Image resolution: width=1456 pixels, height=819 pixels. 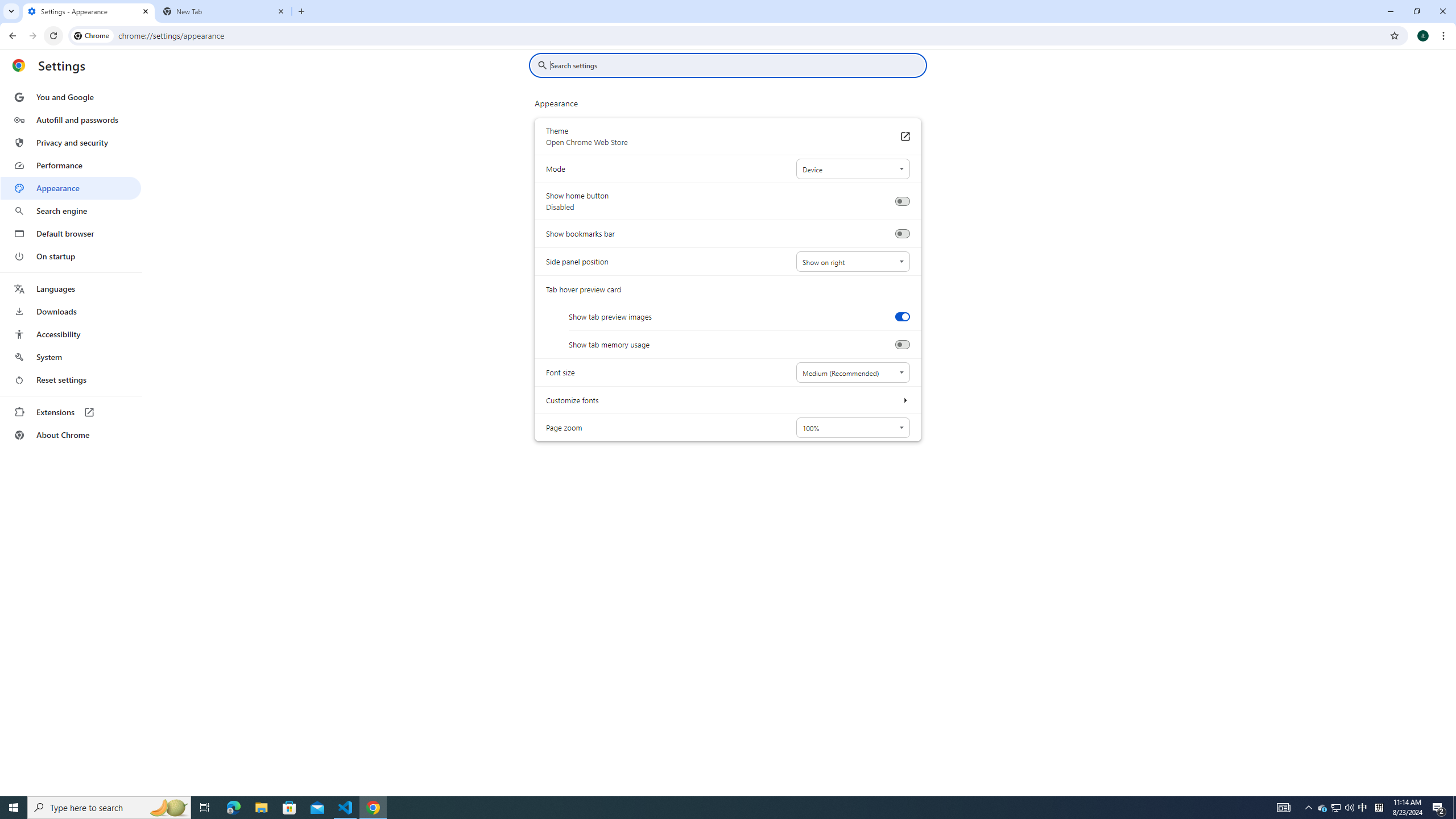 What do you see at coordinates (904, 136) in the screenshot?
I see `'Theme Open Chrome Web Store'` at bounding box center [904, 136].